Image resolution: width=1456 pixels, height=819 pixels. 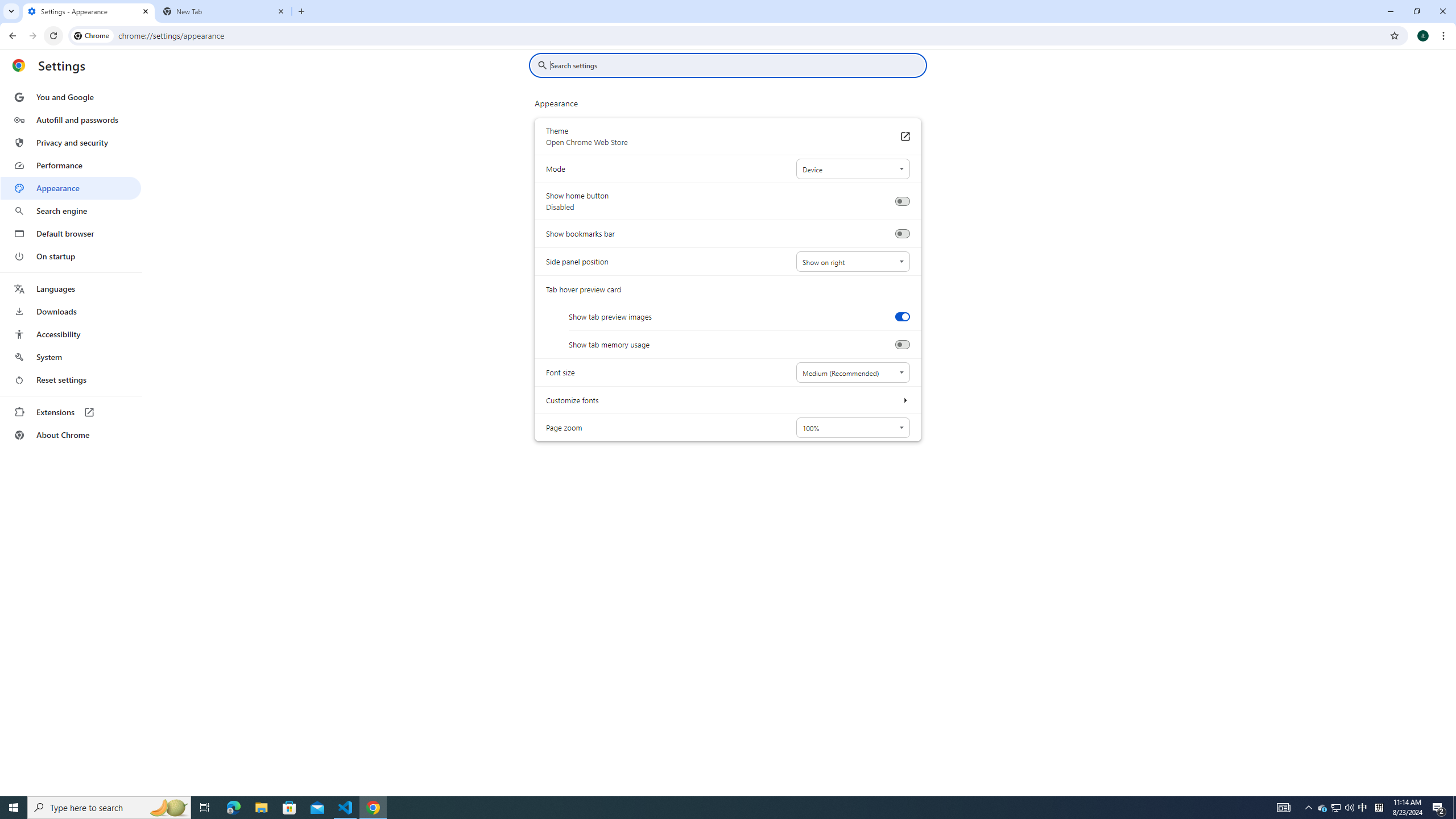 What do you see at coordinates (904, 136) in the screenshot?
I see `'Theme Open Chrome Web Store'` at bounding box center [904, 136].